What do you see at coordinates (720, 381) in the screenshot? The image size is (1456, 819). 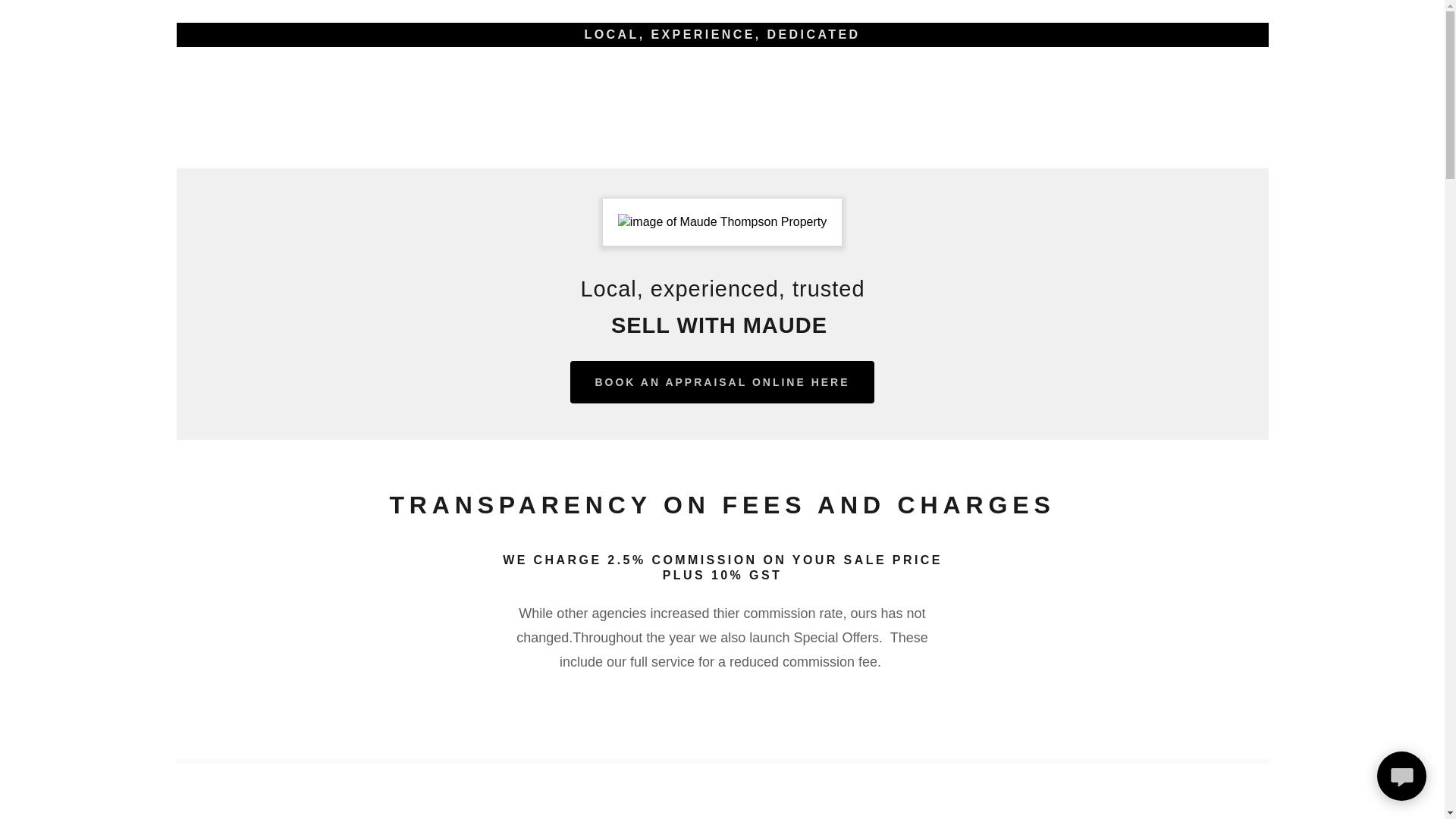 I see `'BOOK AN APPRAISAL ONLINE HERE'` at bounding box center [720, 381].